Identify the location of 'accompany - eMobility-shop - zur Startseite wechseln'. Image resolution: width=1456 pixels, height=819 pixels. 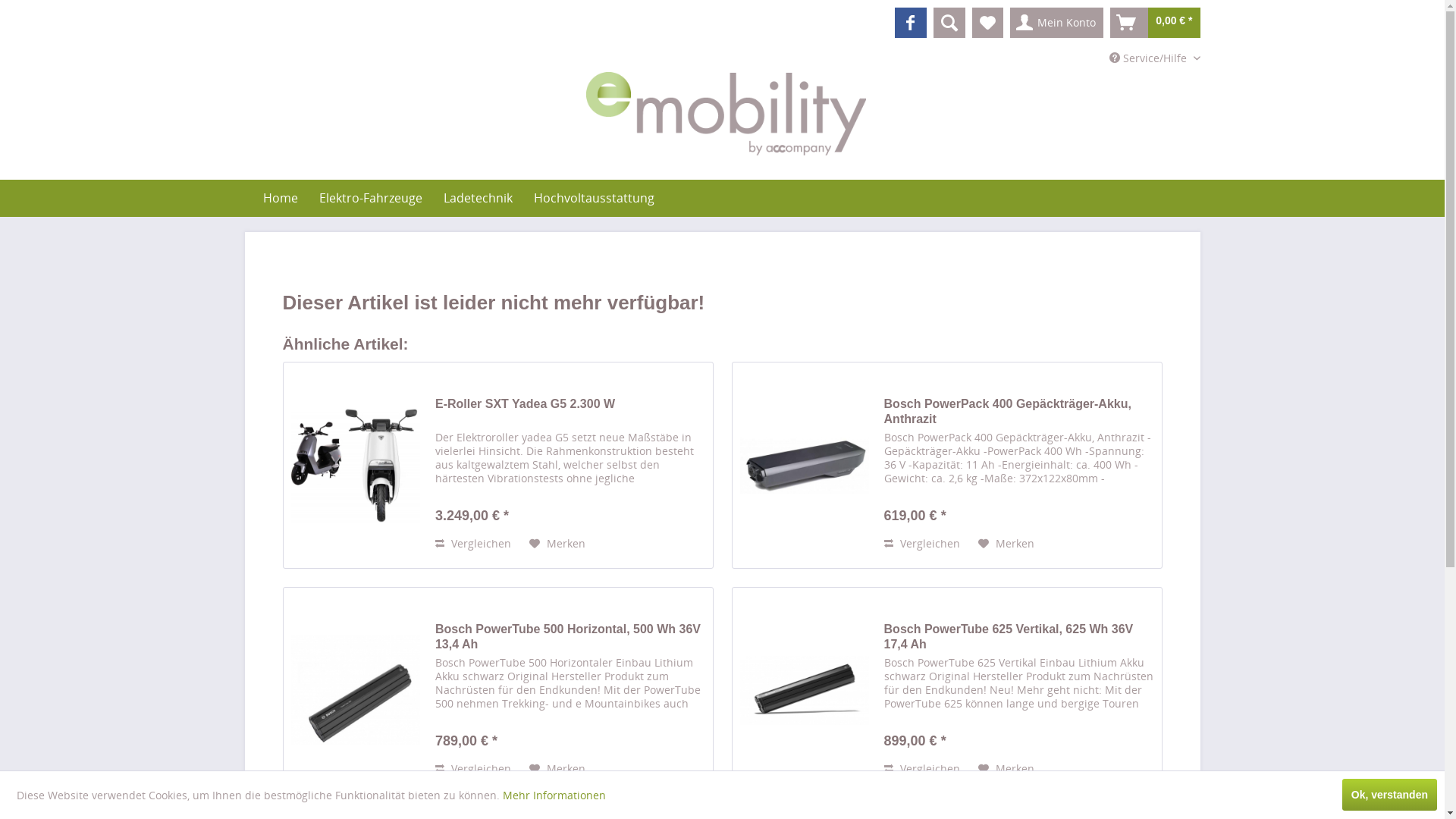
(725, 113).